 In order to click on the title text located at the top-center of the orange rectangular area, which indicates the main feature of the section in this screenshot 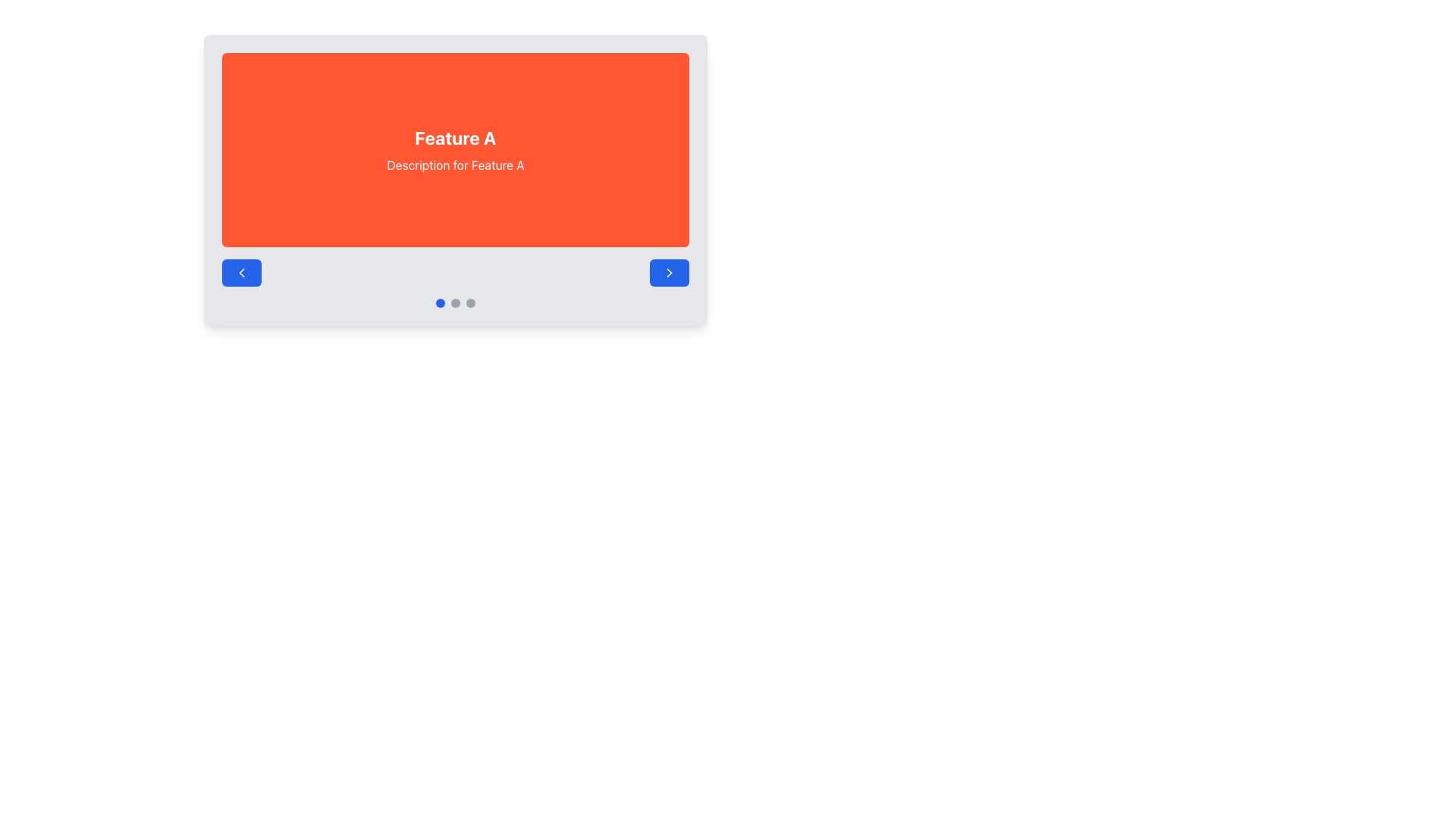, I will do `click(454, 137)`.